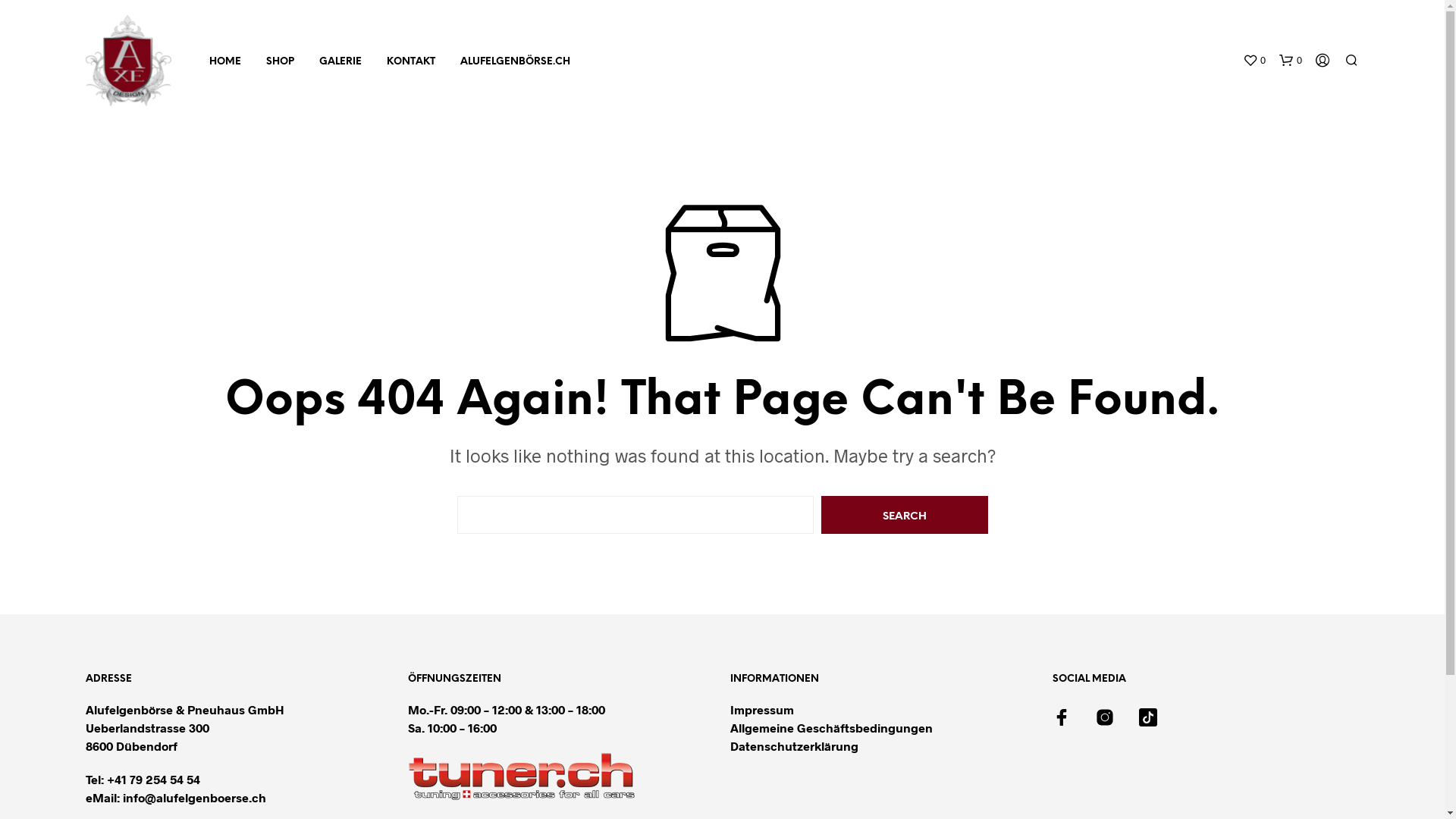 Image resolution: width=1456 pixels, height=819 pixels. Describe the element at coordinates (224, 61) in the screenshot. I see `'HOME'` at that location.